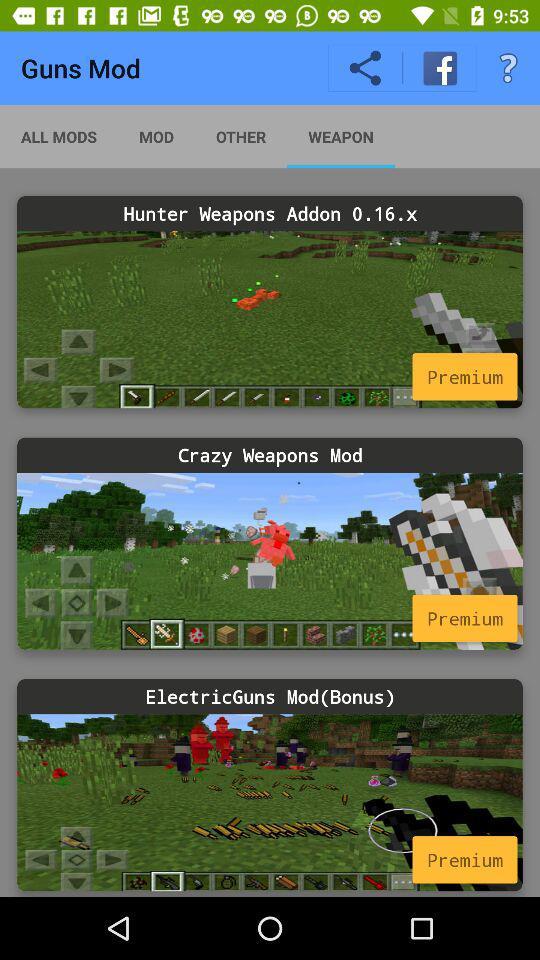 The image size is (540, 960). Describe the element at coordinates (241, 135) in the screenshot. I see `the item next to mod icon` at that location.